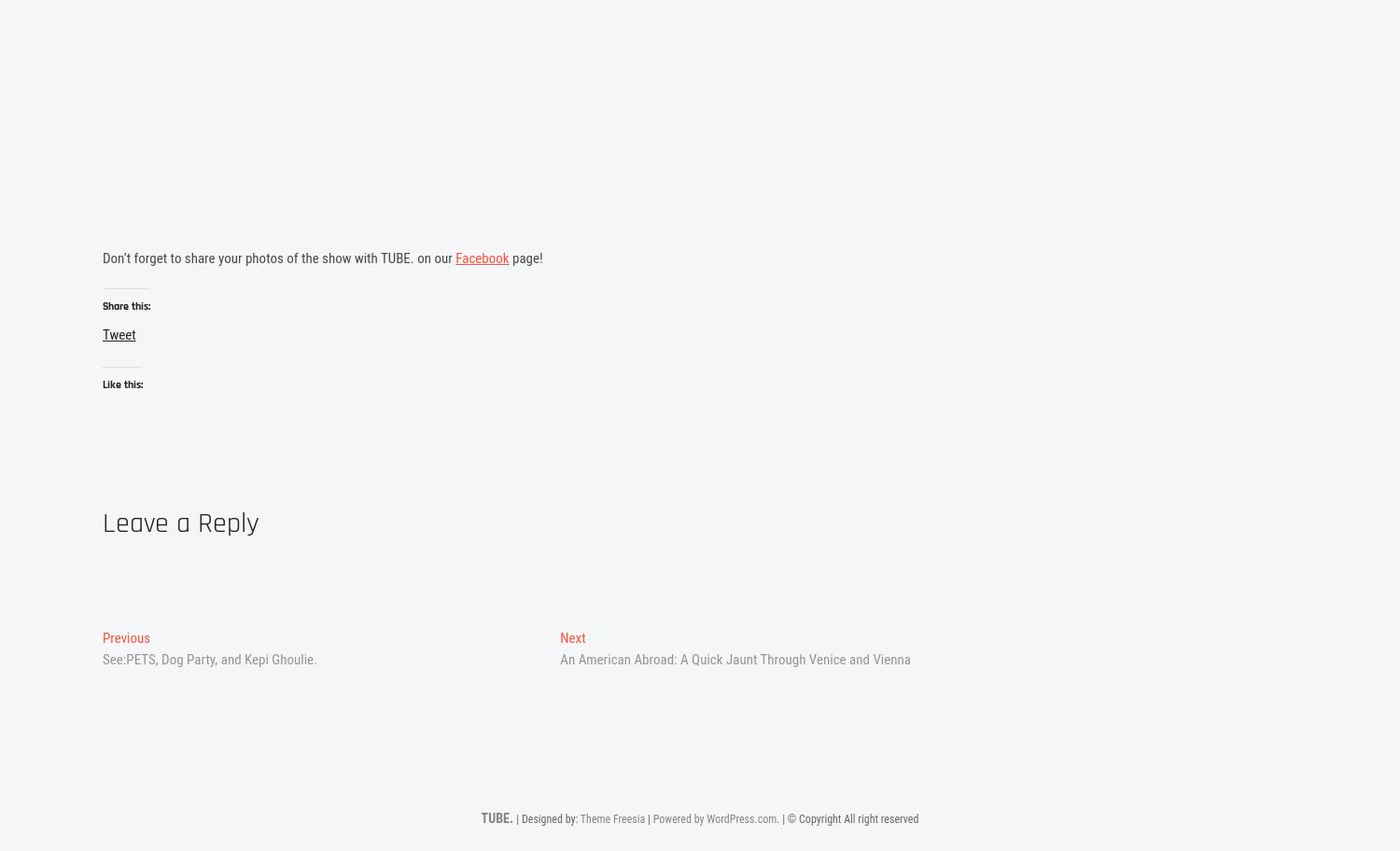 This screenshot has width=1400, height=851. Describe the element at coordinates (278, 258) in the screenshot. I see `'Don’t forget to share your photos of the show with TUBE. on our'` at that location.